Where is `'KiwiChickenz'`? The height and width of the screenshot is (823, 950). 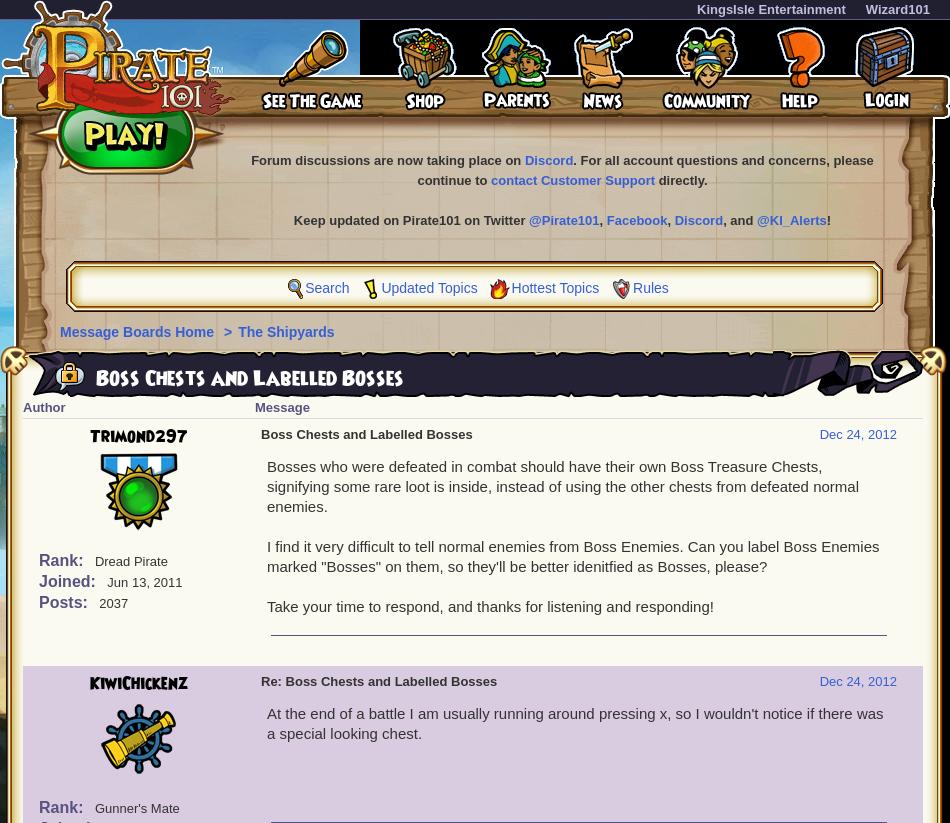
'KiwiChickenz' is located at coordinates (138, 682).